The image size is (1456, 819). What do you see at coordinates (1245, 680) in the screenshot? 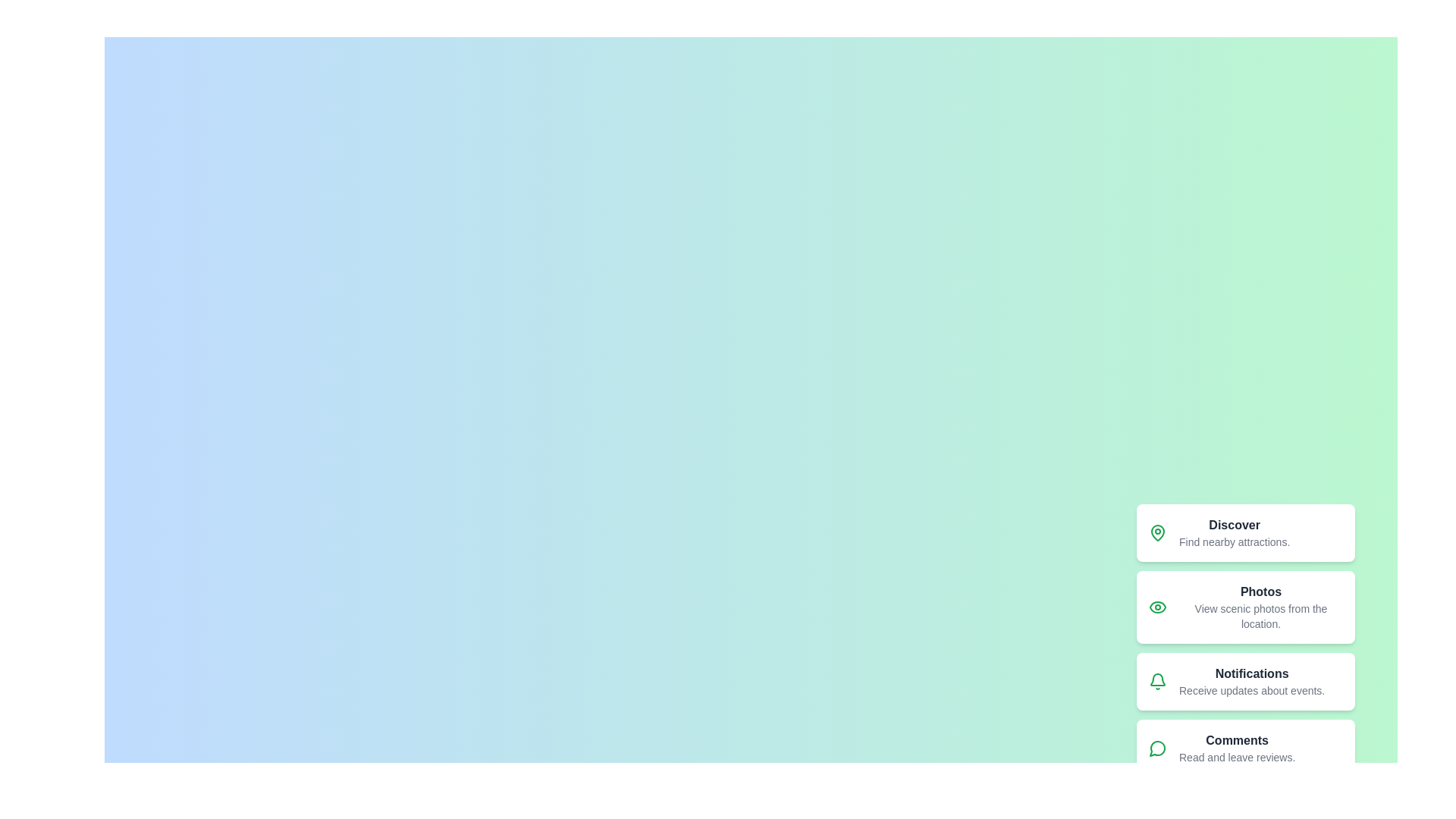
I see `the menu item labeled Notifications from the speed dial menu` at bounding box center [1245, 680].